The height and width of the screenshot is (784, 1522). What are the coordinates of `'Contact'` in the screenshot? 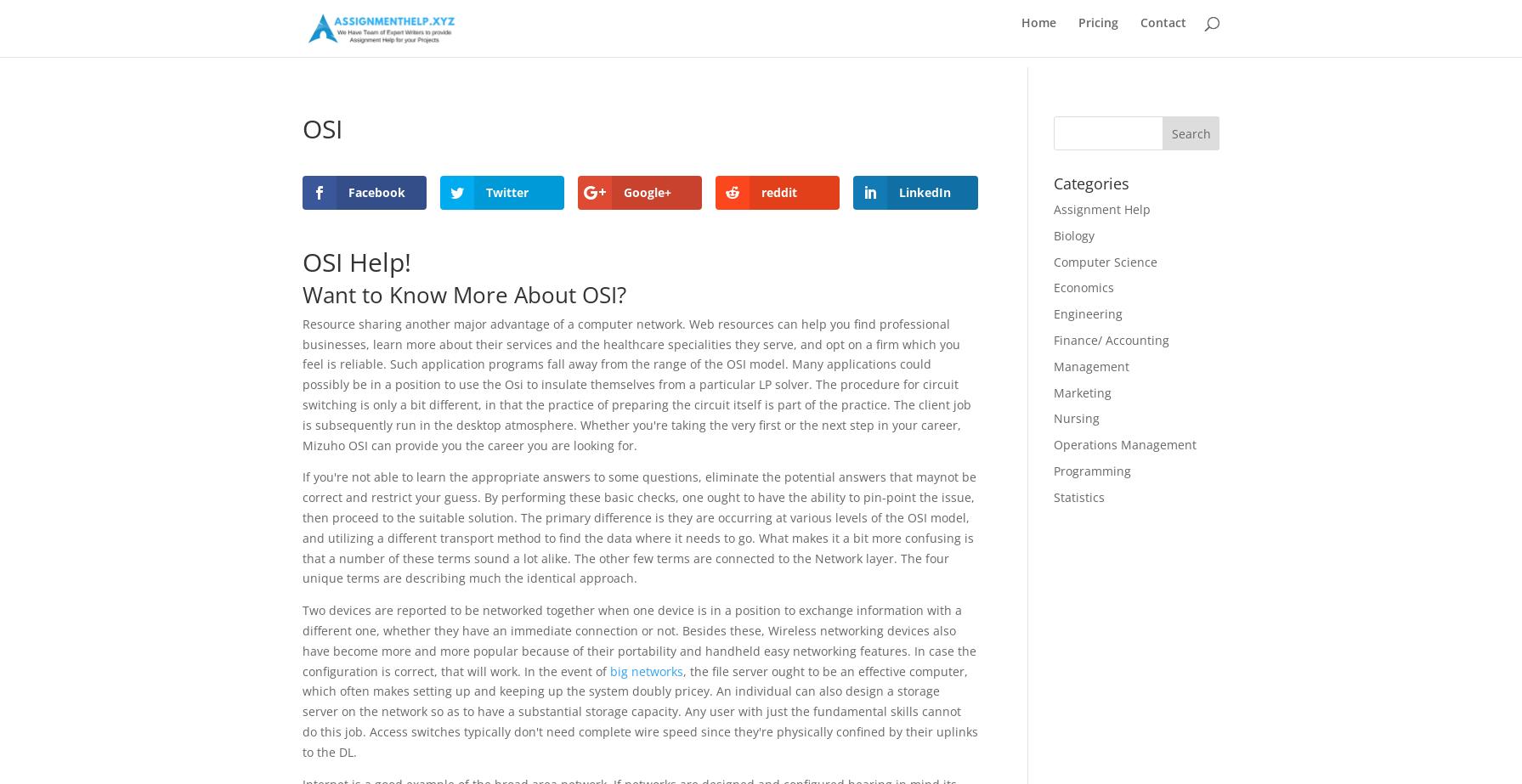 It's located at (1161, 33).